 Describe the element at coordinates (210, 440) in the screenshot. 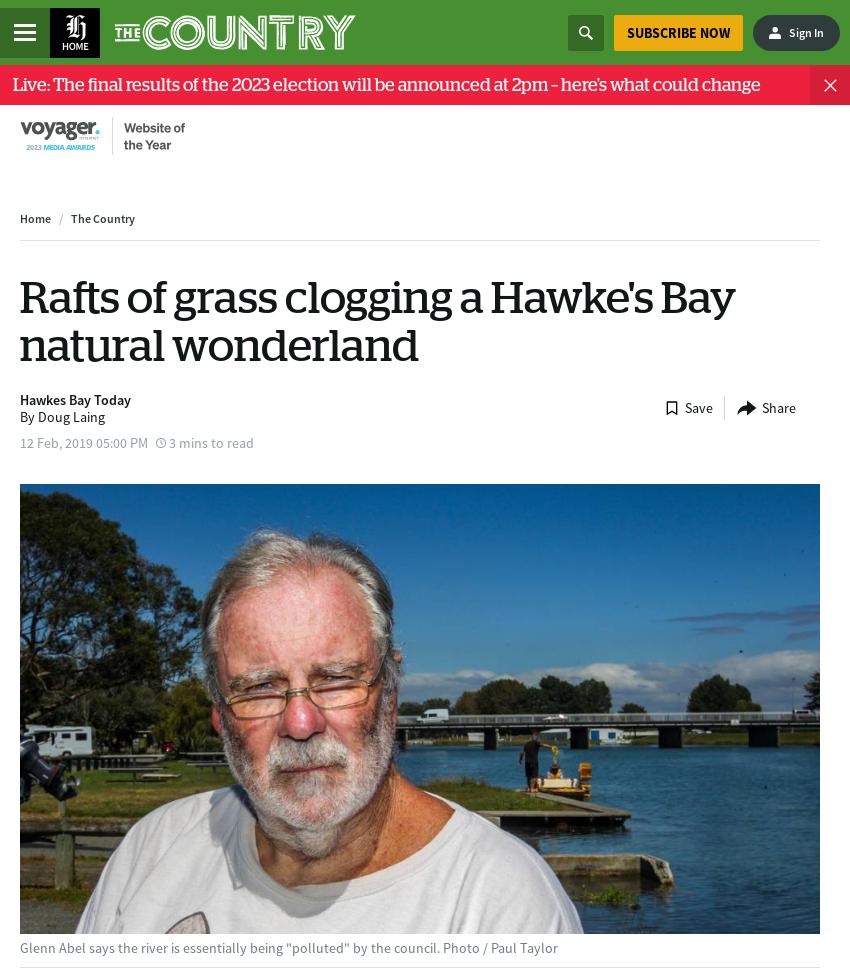

I see `'3 mins to read'` at that location.